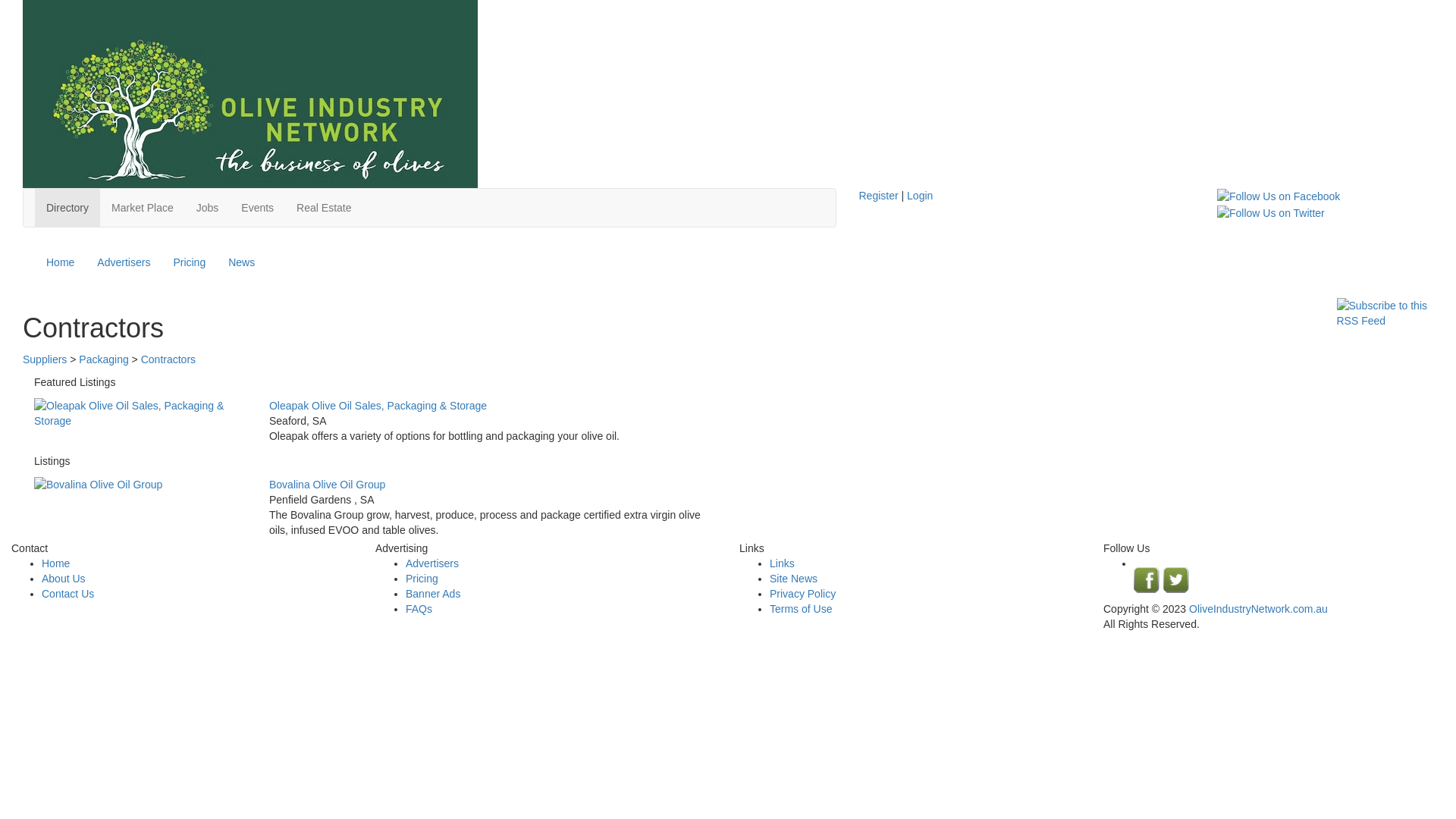  I want to click on 'Real Estate', so click(323, 207).